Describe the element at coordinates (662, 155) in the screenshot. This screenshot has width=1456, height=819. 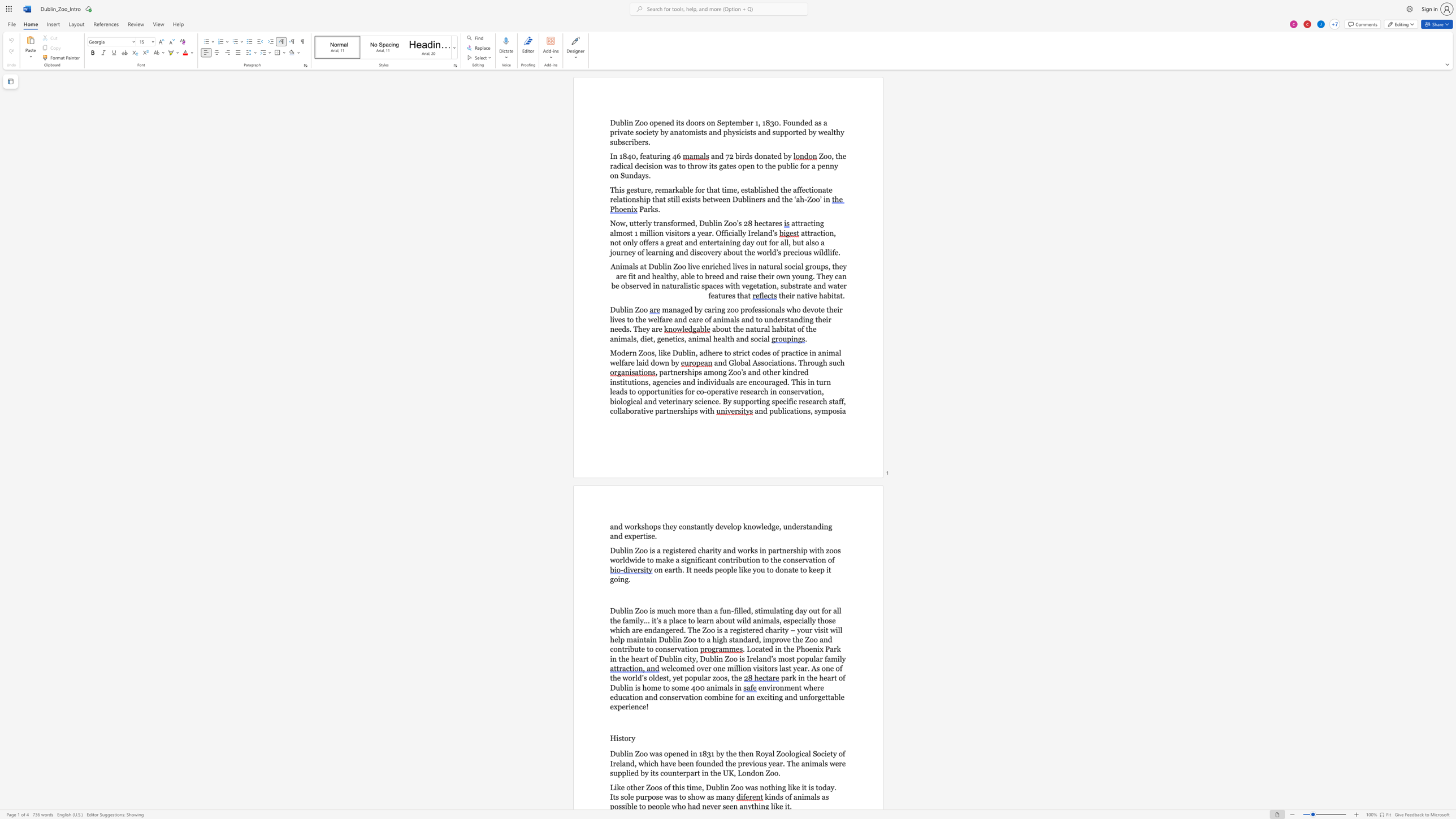
I see `the space between the continuous character "i" and "n" in the text` at that location.